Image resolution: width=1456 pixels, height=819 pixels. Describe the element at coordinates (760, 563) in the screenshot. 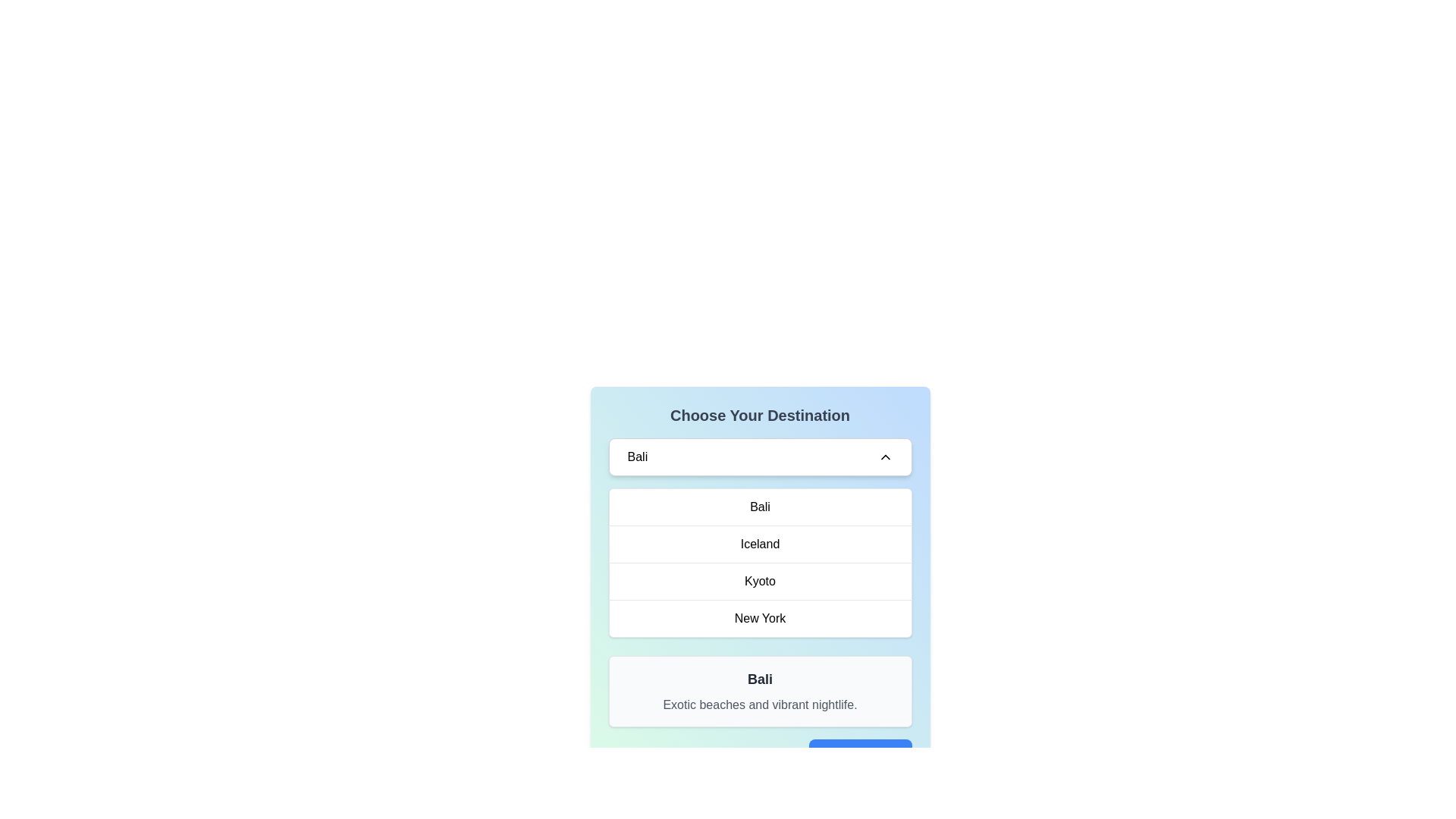

I see `the dropdown menu` at that location.